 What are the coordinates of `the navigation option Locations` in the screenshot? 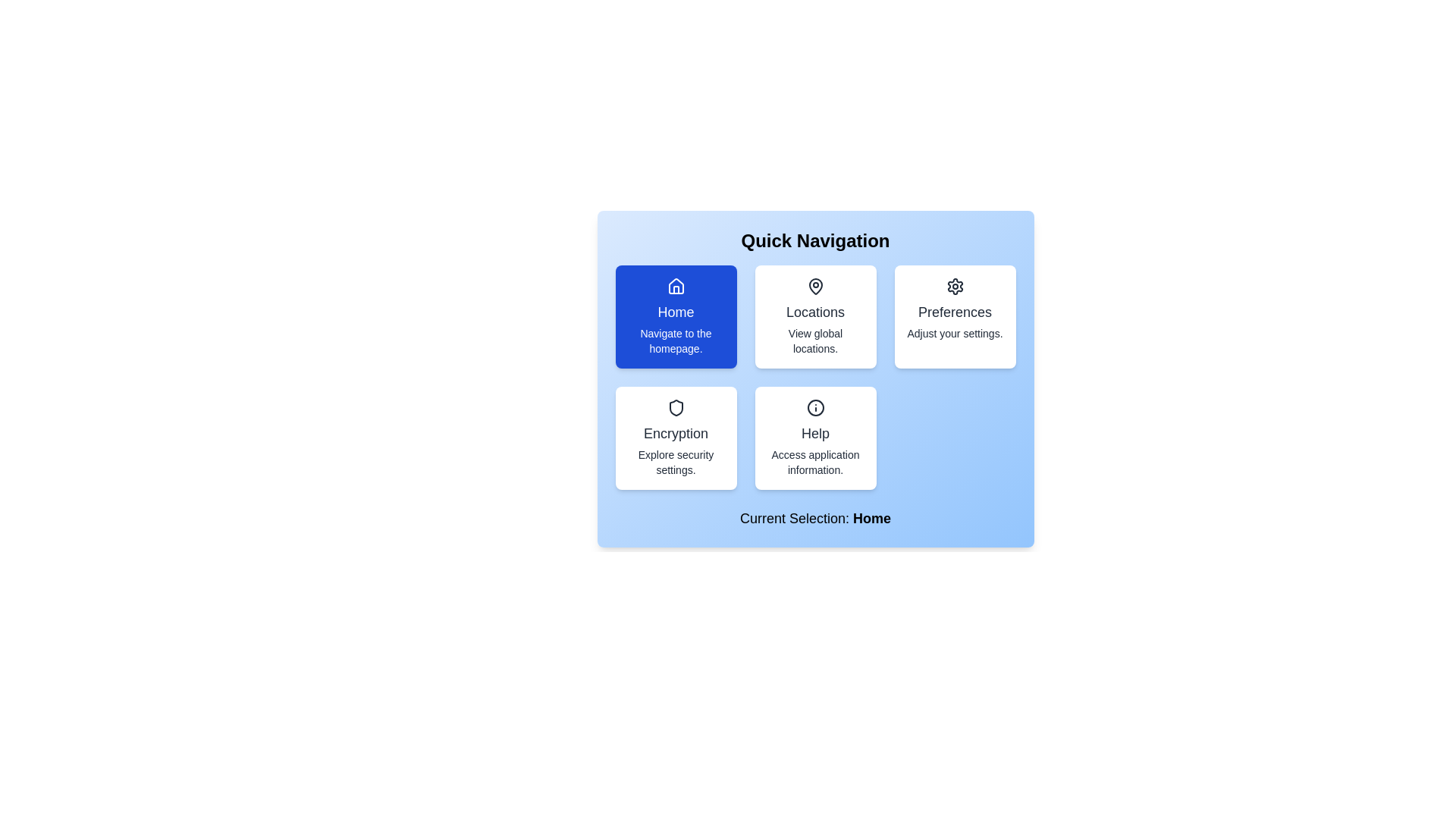 It's located at (814, 315).